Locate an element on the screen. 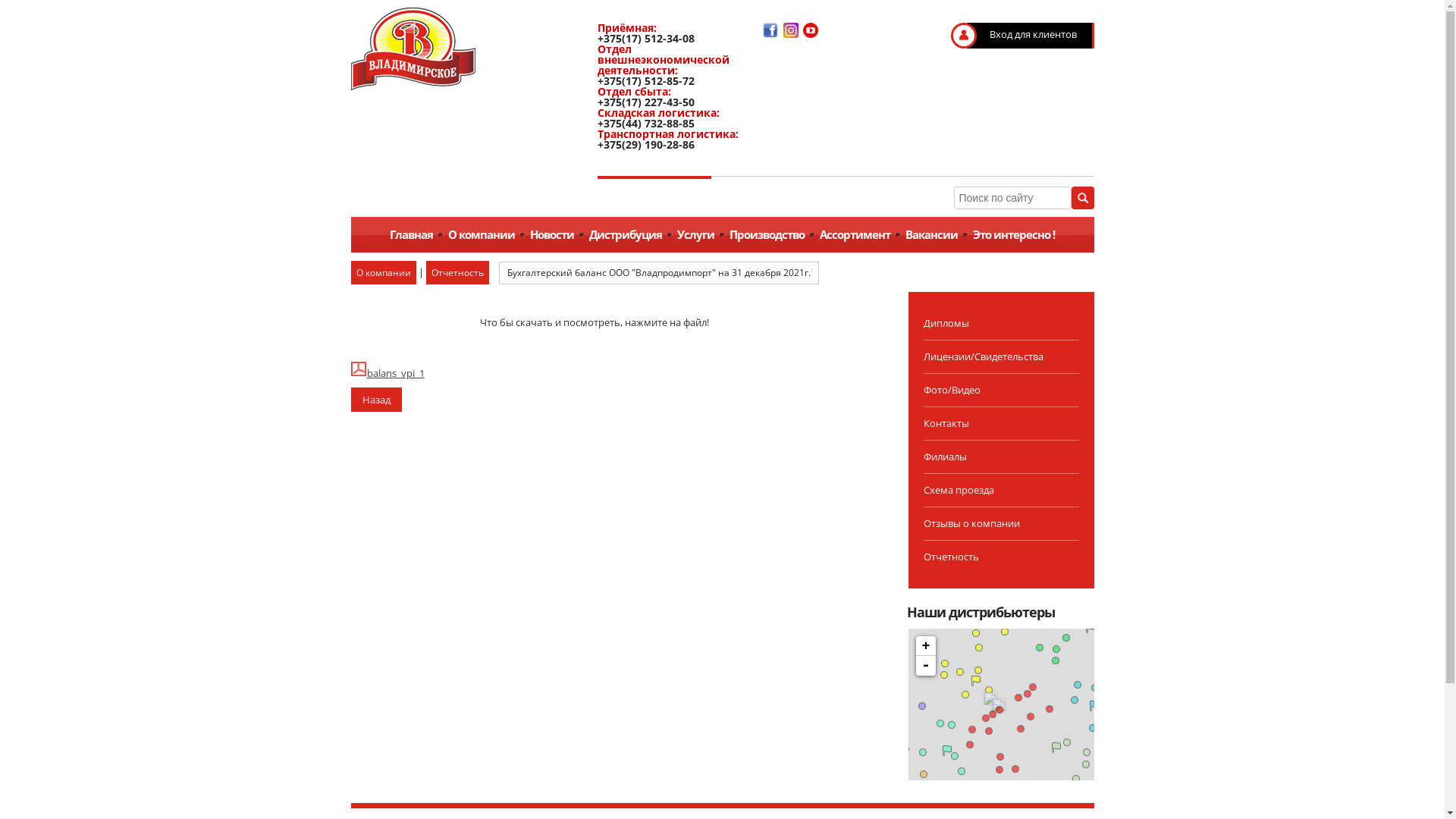  '+' is located at coordinates (924, 646).